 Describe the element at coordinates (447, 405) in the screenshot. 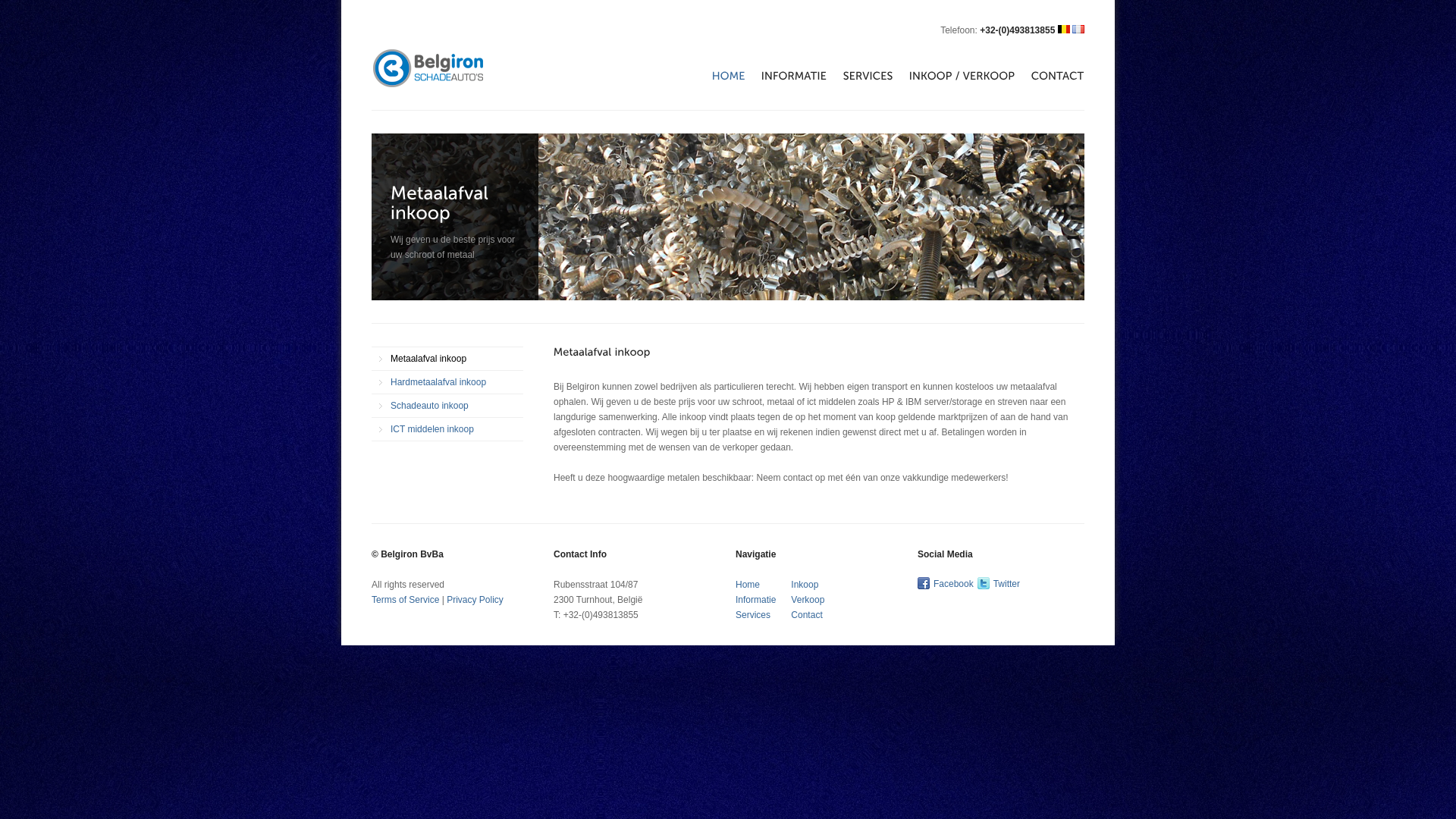

I see `'Schadeauto inkoop'` at that location.